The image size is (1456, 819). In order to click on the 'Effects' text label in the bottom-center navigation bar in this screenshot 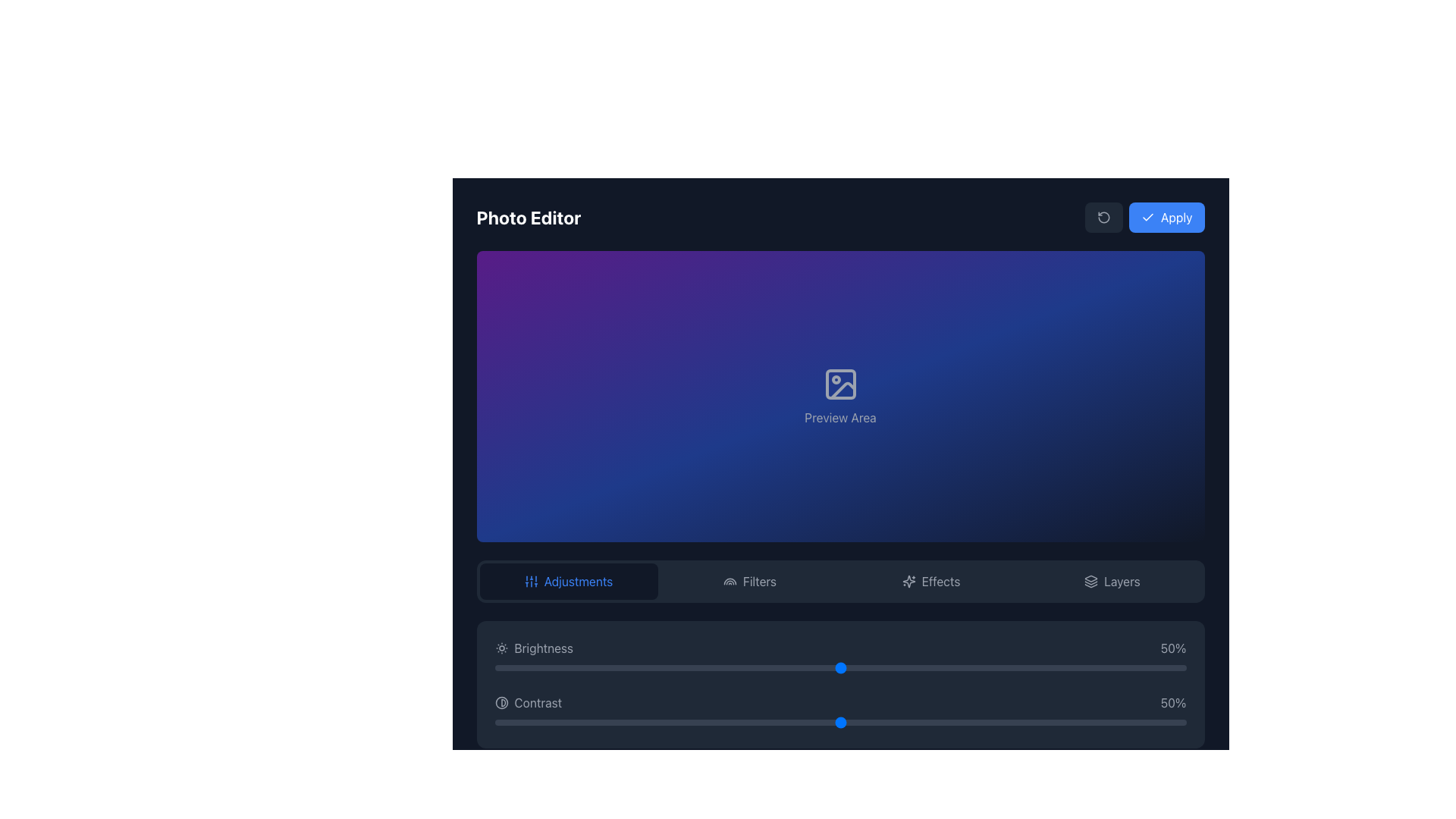, I will do `click(940, 581)`.